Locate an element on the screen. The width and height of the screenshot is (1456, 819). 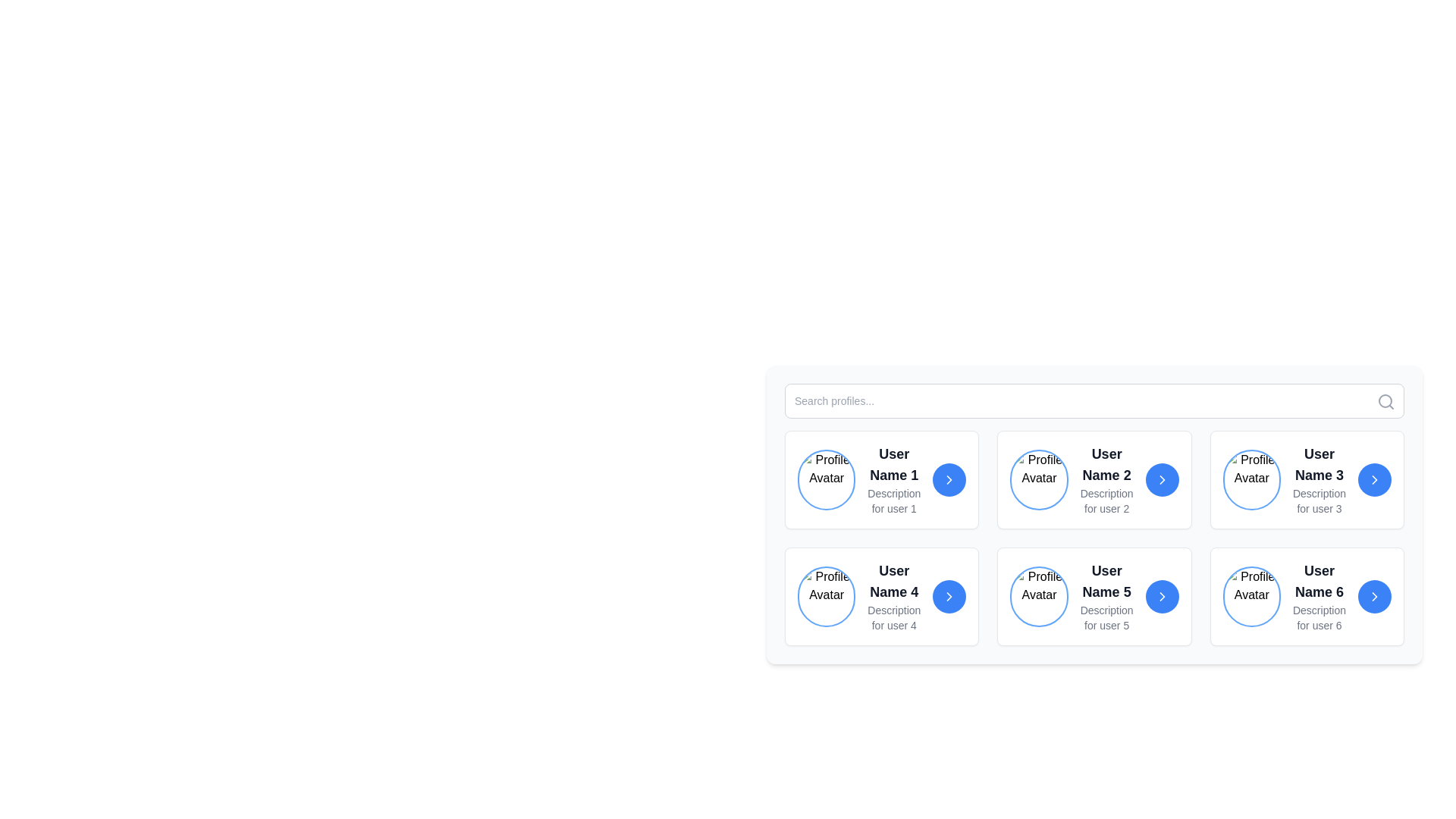
the user name text label element, which is centrally positioned in the user info display card, above the description text 'Description for user 4' is located at coordinates (894, 581).